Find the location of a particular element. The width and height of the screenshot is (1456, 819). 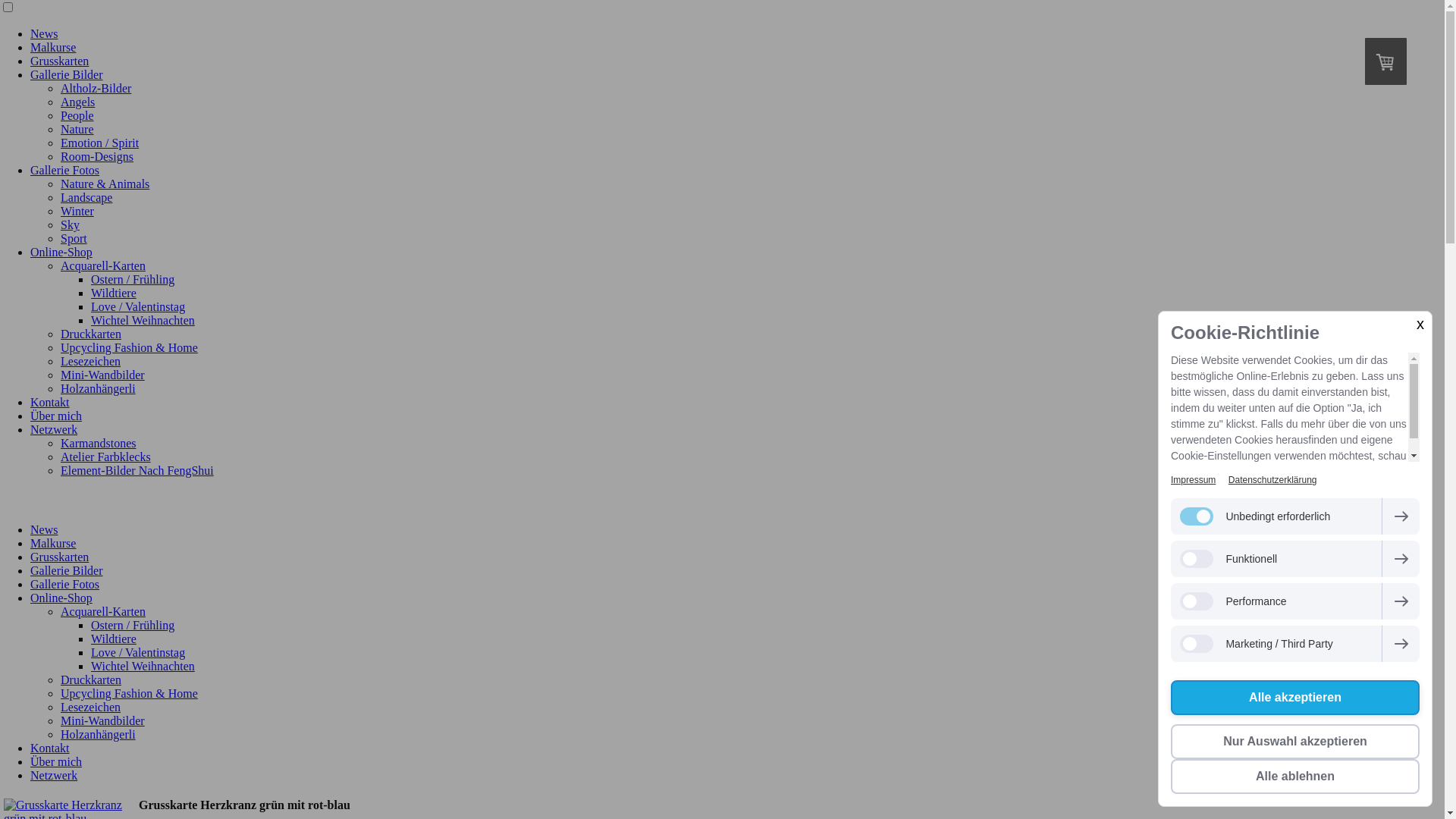

'Acquarell-Karten' is located at coordinates (61, 610).